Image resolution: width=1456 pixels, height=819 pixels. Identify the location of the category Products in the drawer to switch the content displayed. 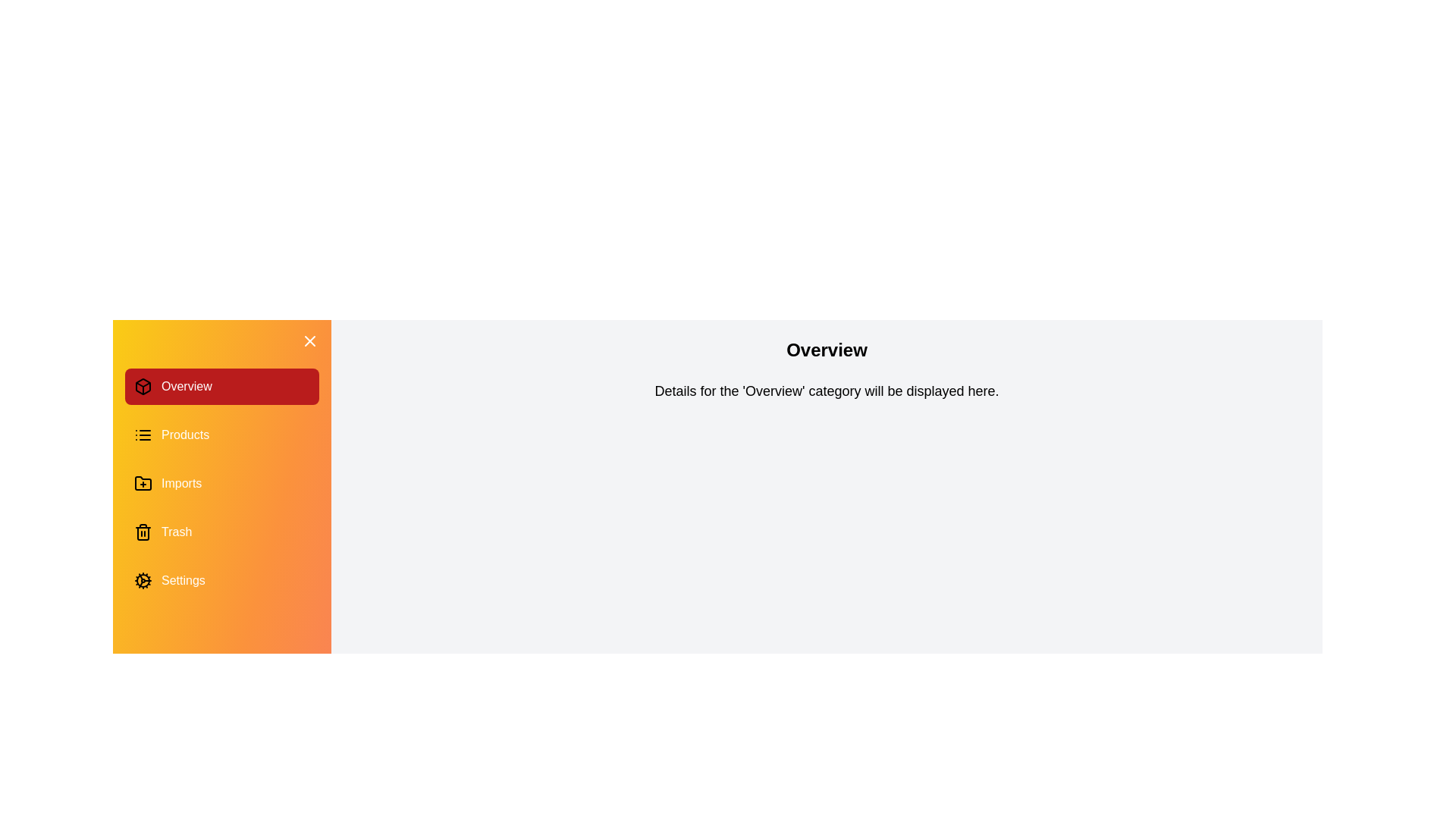
(221, 435).